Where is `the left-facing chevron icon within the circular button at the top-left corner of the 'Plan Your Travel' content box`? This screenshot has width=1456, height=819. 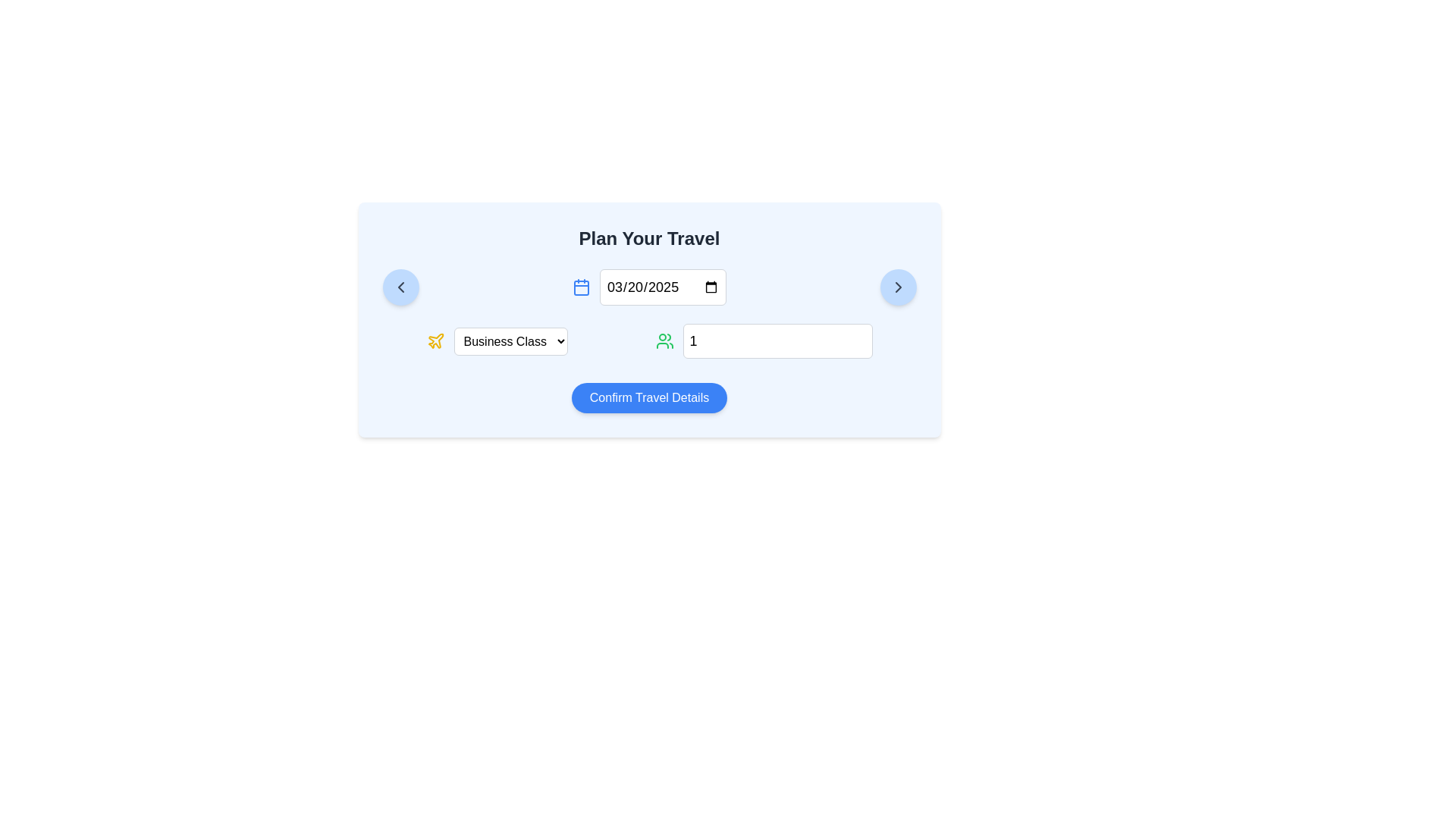
the left-facing chevron icon within the circular button at the top-left corner of the 'Plan Your Travel' content box is located at coordinates (400, 287).